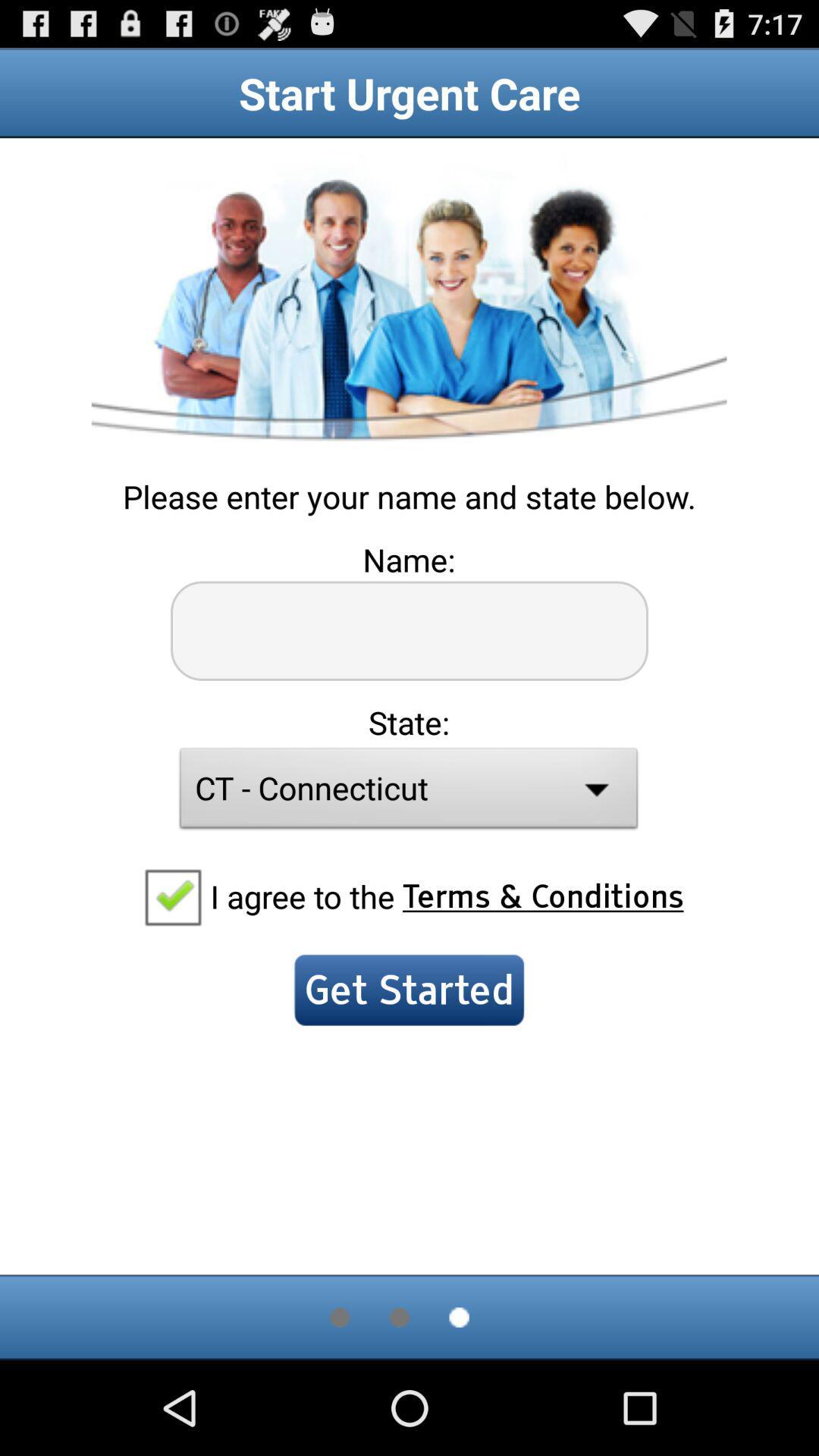 The height and width of the screenshot is (1456, 819). What do you see at coordinates (171, 896) in the screenshot?
I see `agree to terms and conditions` at bounding box center [171, 896].